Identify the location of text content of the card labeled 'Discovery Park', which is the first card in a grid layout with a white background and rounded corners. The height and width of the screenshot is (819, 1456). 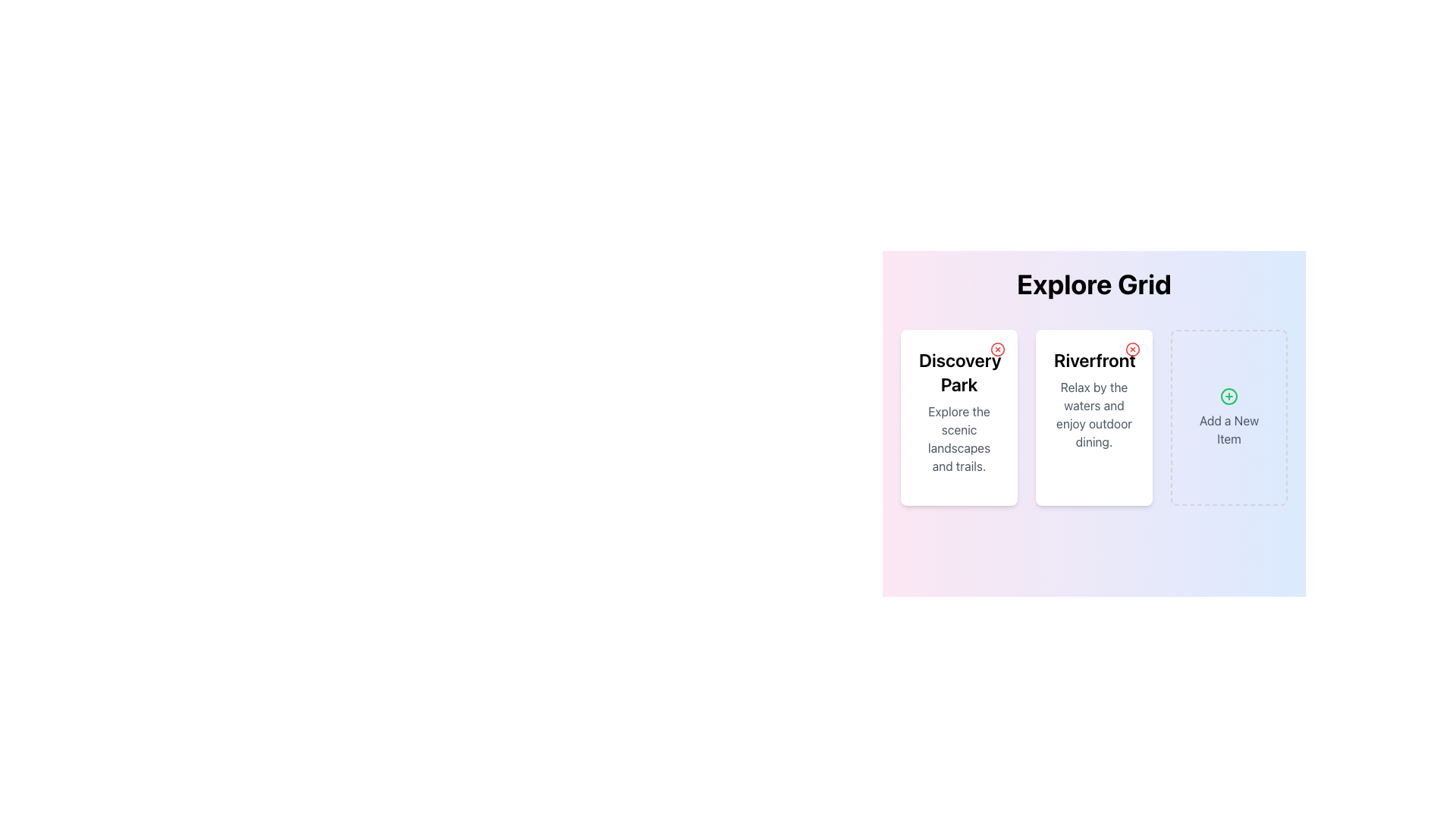
(959, 418).